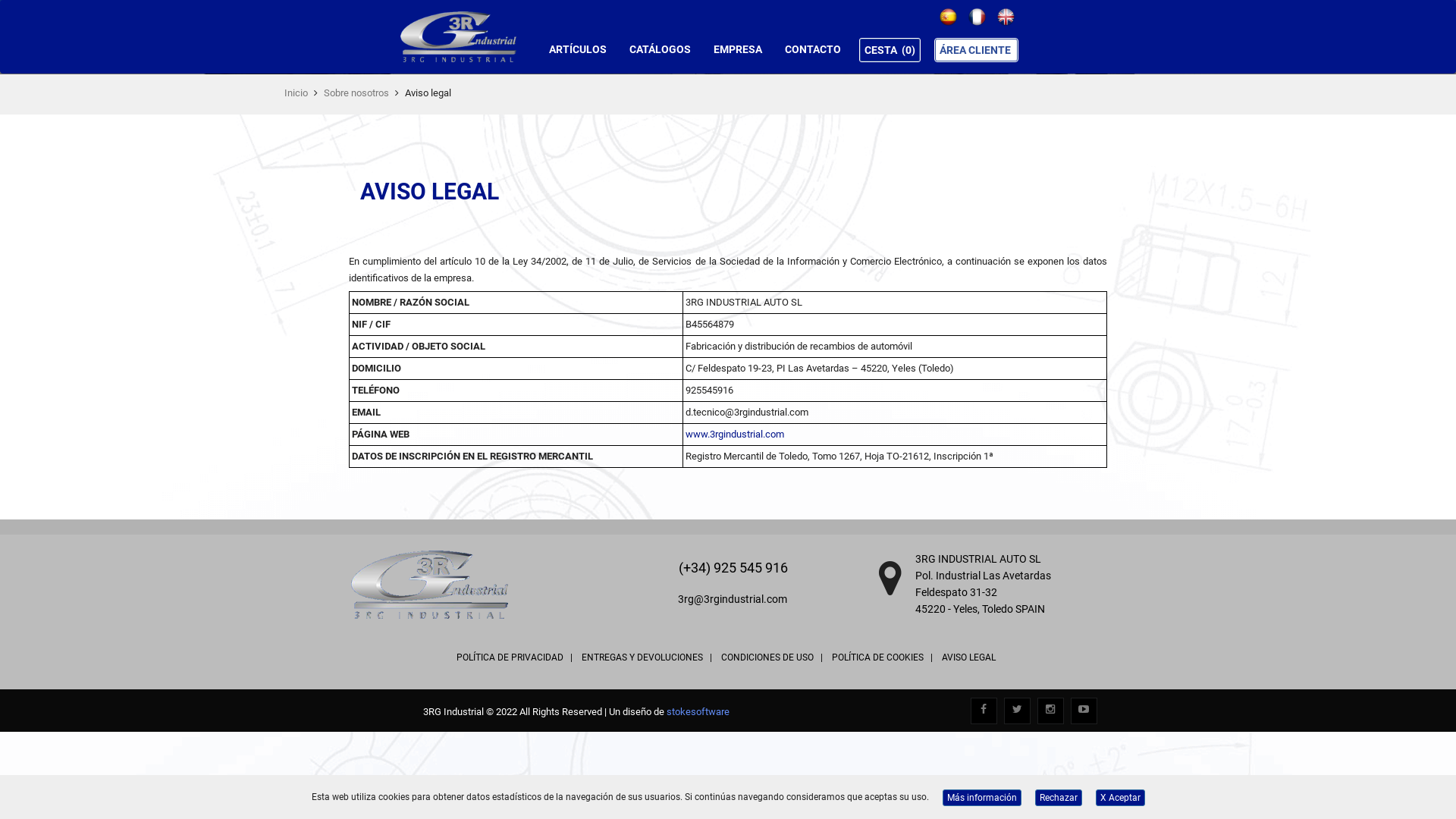 The height and width of the screenshot is (819, 1456). What do you see at coordinates (1057, 797) in the screenshot?
I see `'Rechazar'` at bounding box center [1057, 797].